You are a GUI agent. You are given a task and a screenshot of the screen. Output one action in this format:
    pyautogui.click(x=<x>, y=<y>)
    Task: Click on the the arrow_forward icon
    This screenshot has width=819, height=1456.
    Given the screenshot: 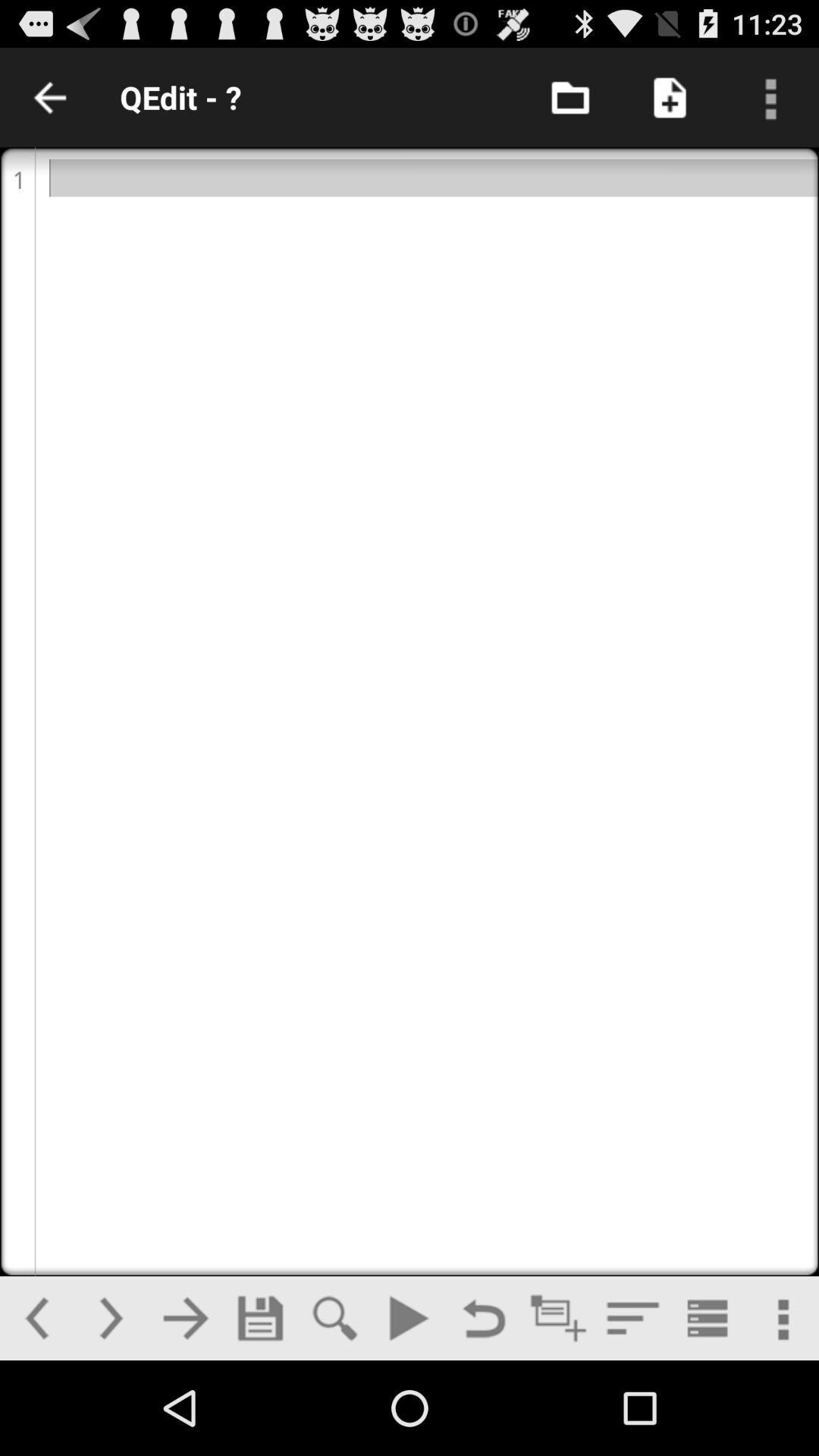 What is the action you would take?
    pyautogui.click(x=110, y=1410)
    